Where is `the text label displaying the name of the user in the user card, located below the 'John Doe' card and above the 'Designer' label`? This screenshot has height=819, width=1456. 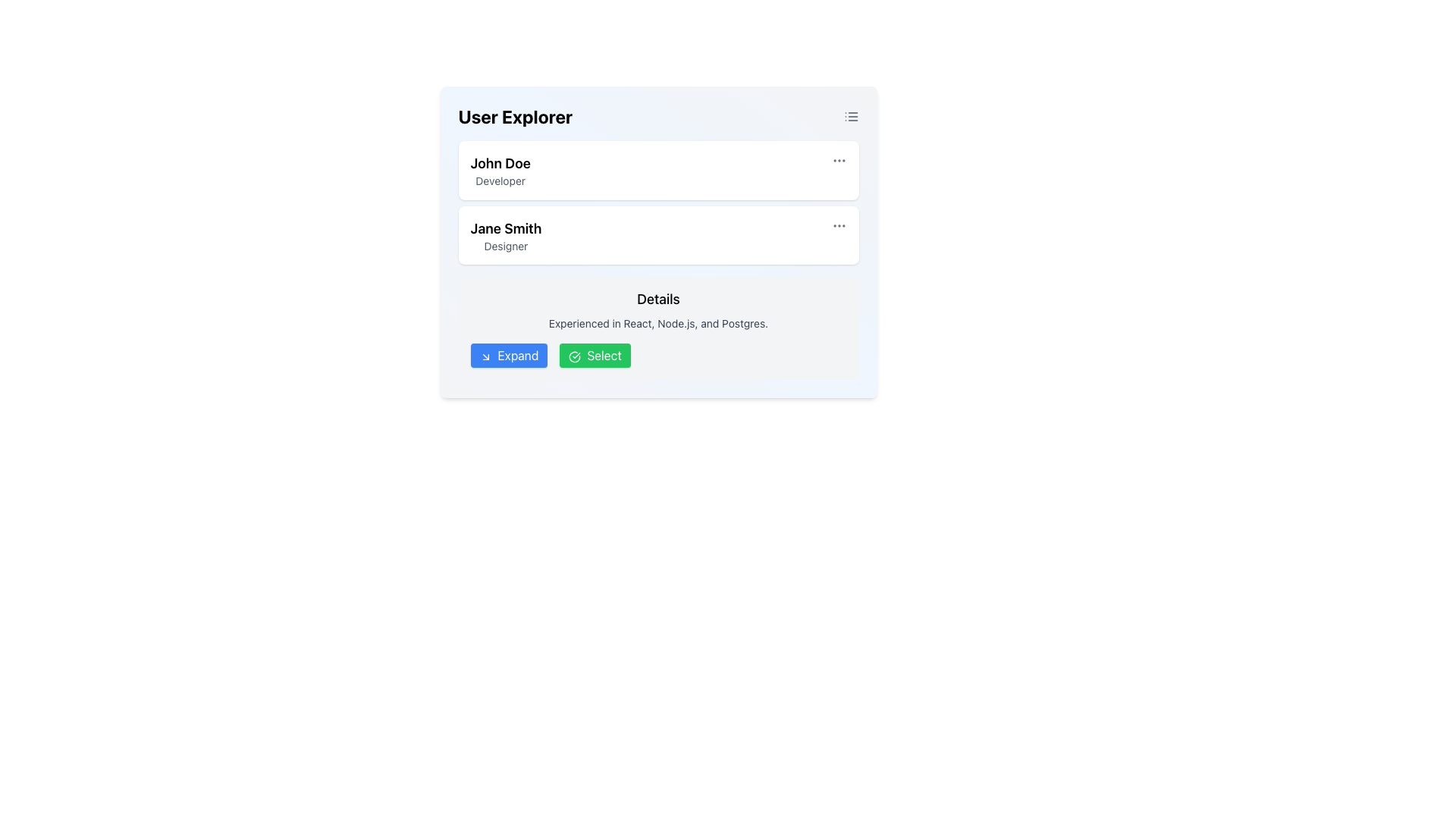 the text label displaying the name of the user in the user card, located below the 'John Doe' card and above the 'Designer' label is located at coordinates (506, 228).